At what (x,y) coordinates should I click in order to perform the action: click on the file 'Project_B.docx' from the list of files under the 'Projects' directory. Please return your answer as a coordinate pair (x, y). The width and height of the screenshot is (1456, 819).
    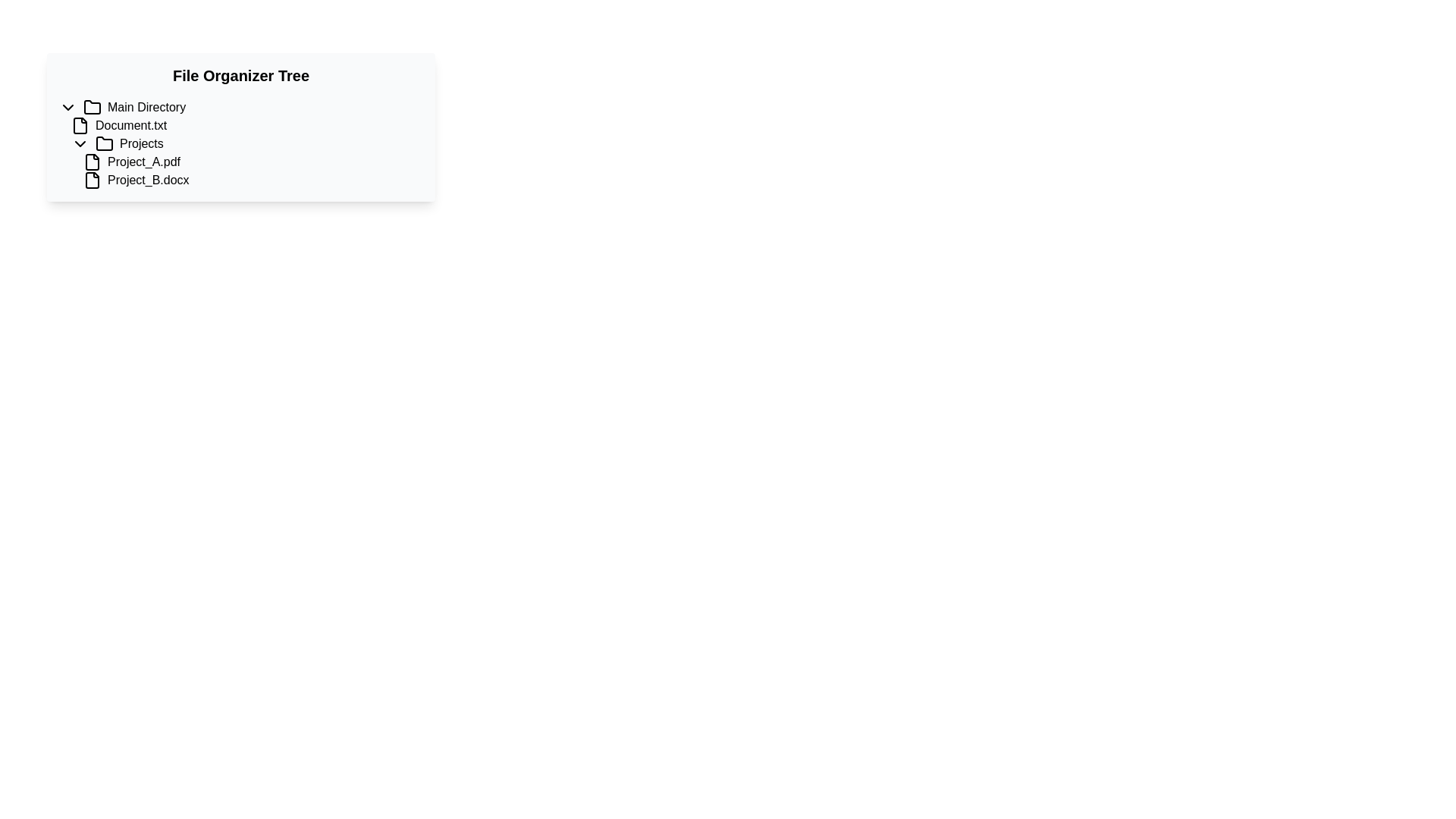
    Looking at the image, I should click on (253, 171).